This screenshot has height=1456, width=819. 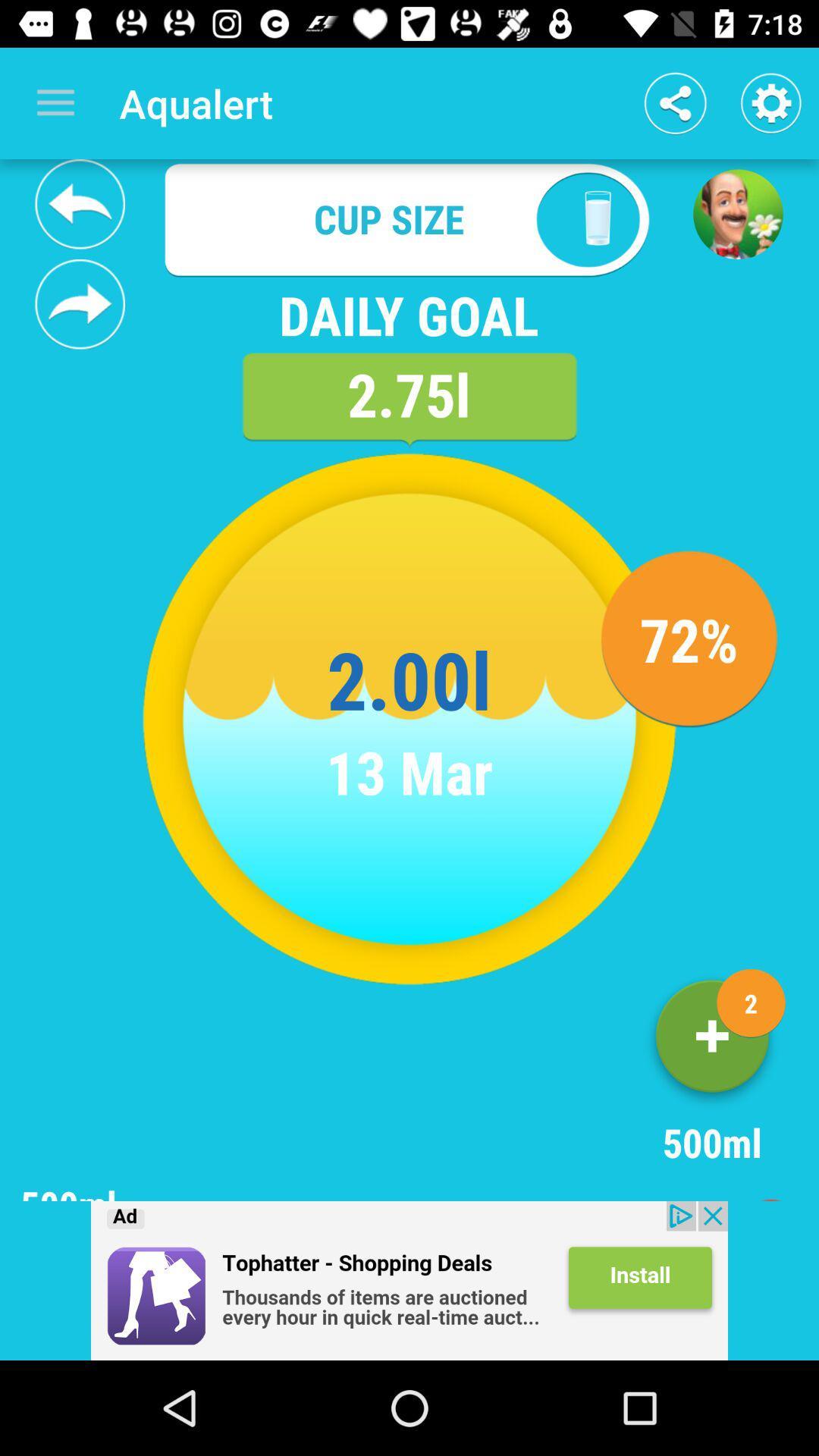 I want to click on advertisement, so click(x=409, y=1280).